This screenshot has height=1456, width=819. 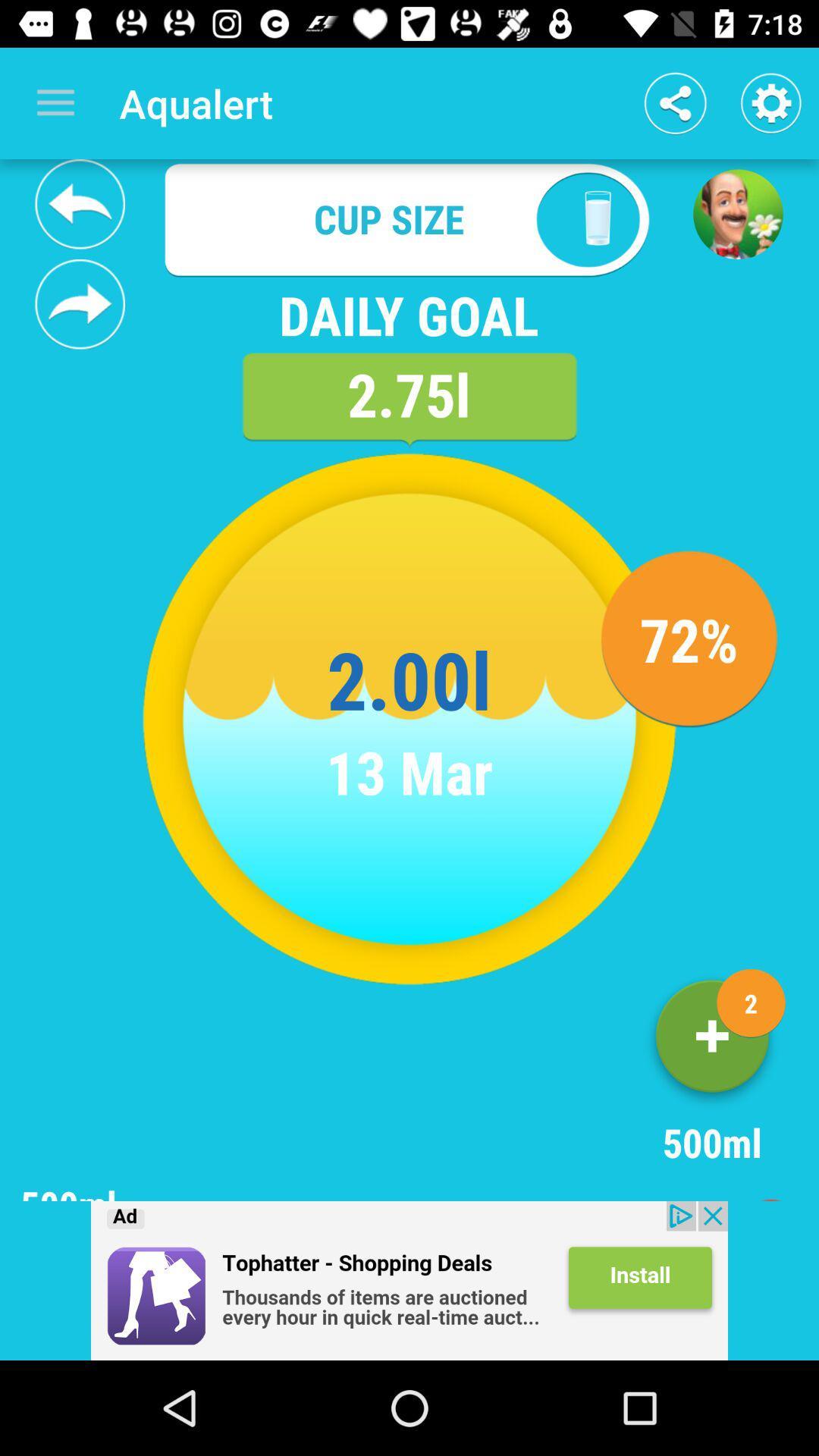 I want to click on advertisement, so click(x=409, y=1280).